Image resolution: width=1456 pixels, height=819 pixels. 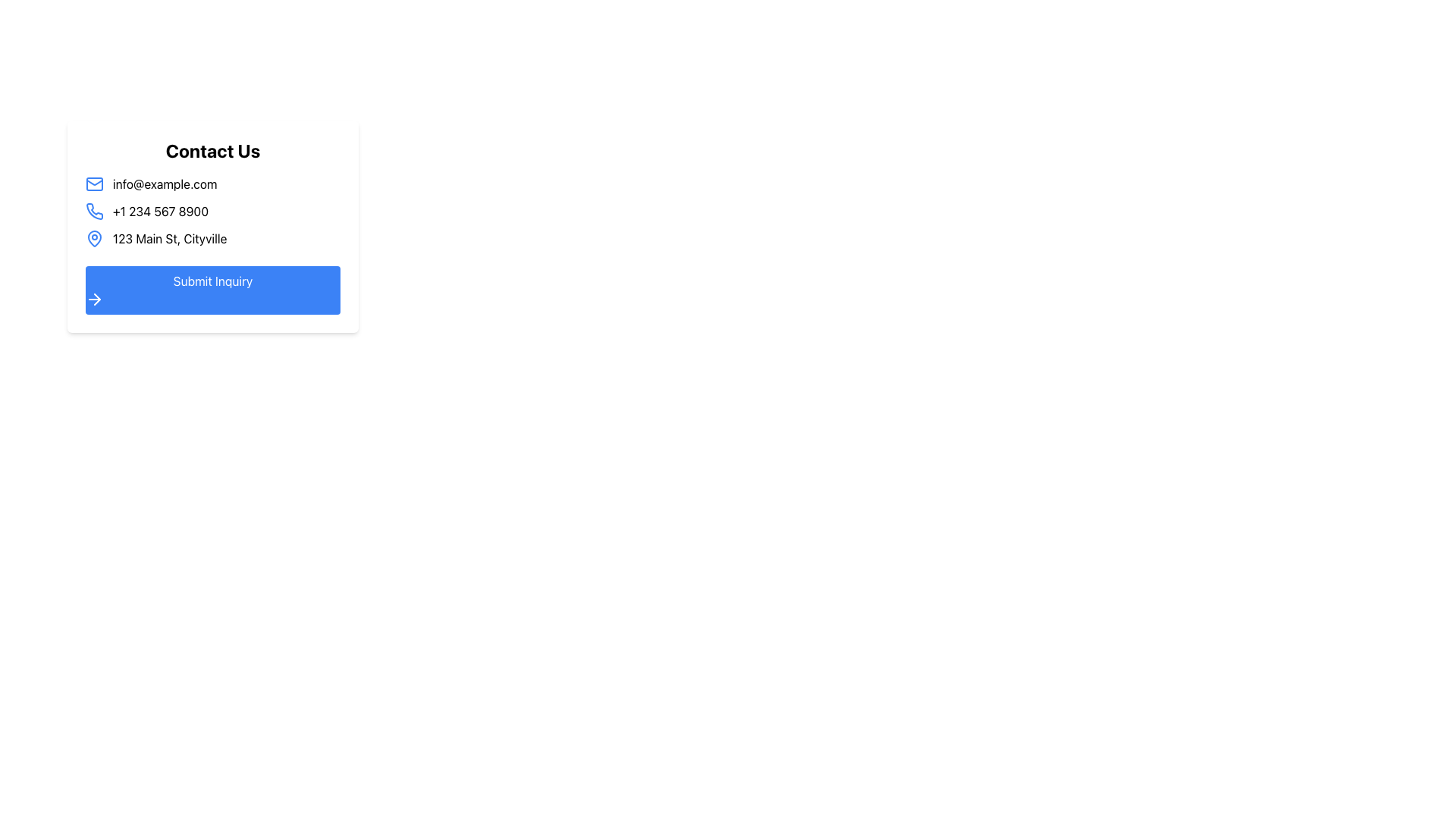 I want to click on the static text displaying '123 Main St, Cityville' located in the 'Contact Us' panel, below the phone information and adjacent to a blue map pin icon, so click(x=170, y=239).